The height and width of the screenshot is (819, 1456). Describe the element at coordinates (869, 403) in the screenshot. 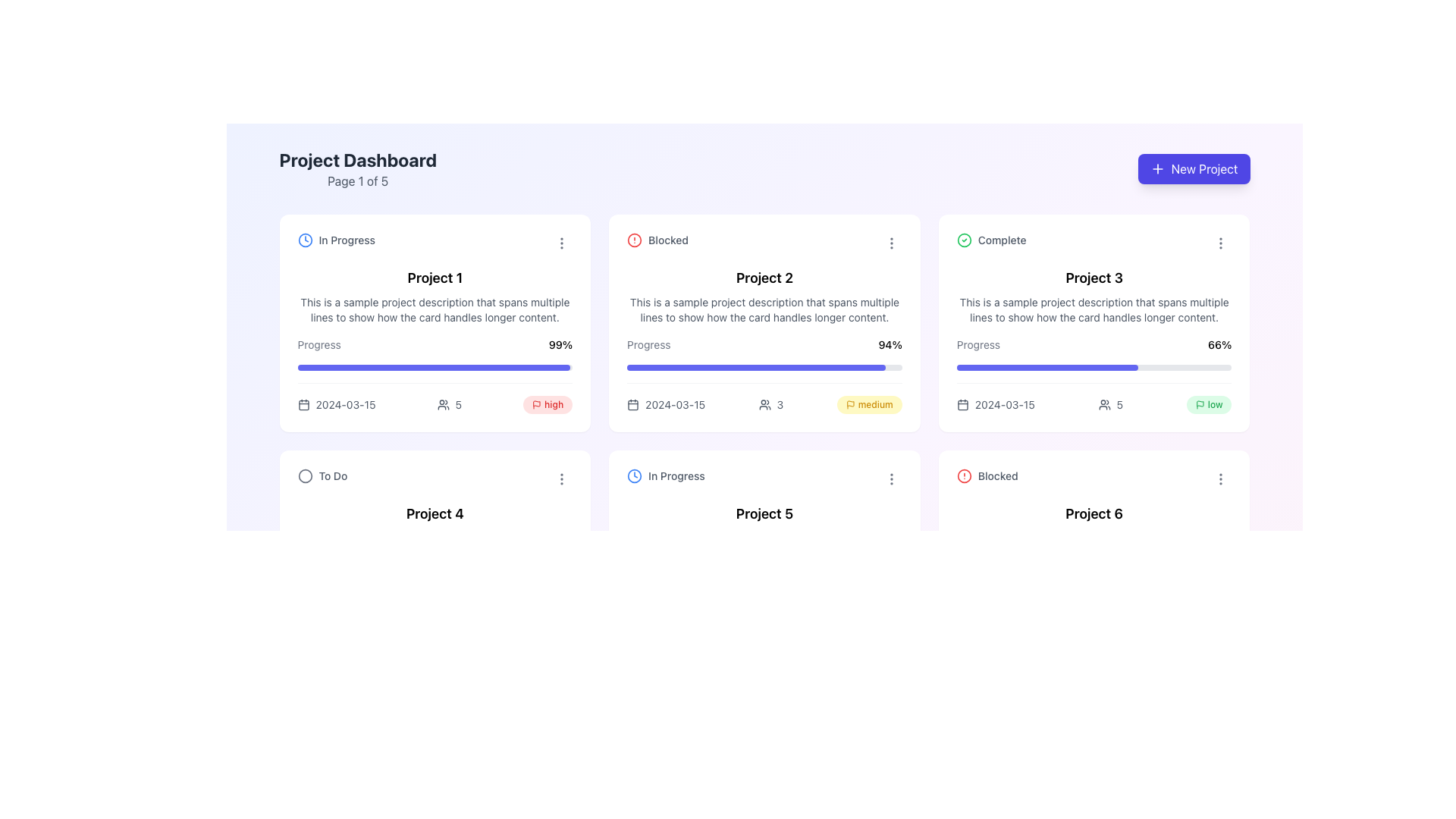

I see `the label with the text 'medium' and a flag icon located in the bottom right corner of the second card in the second row of the project dashboard` at that location.